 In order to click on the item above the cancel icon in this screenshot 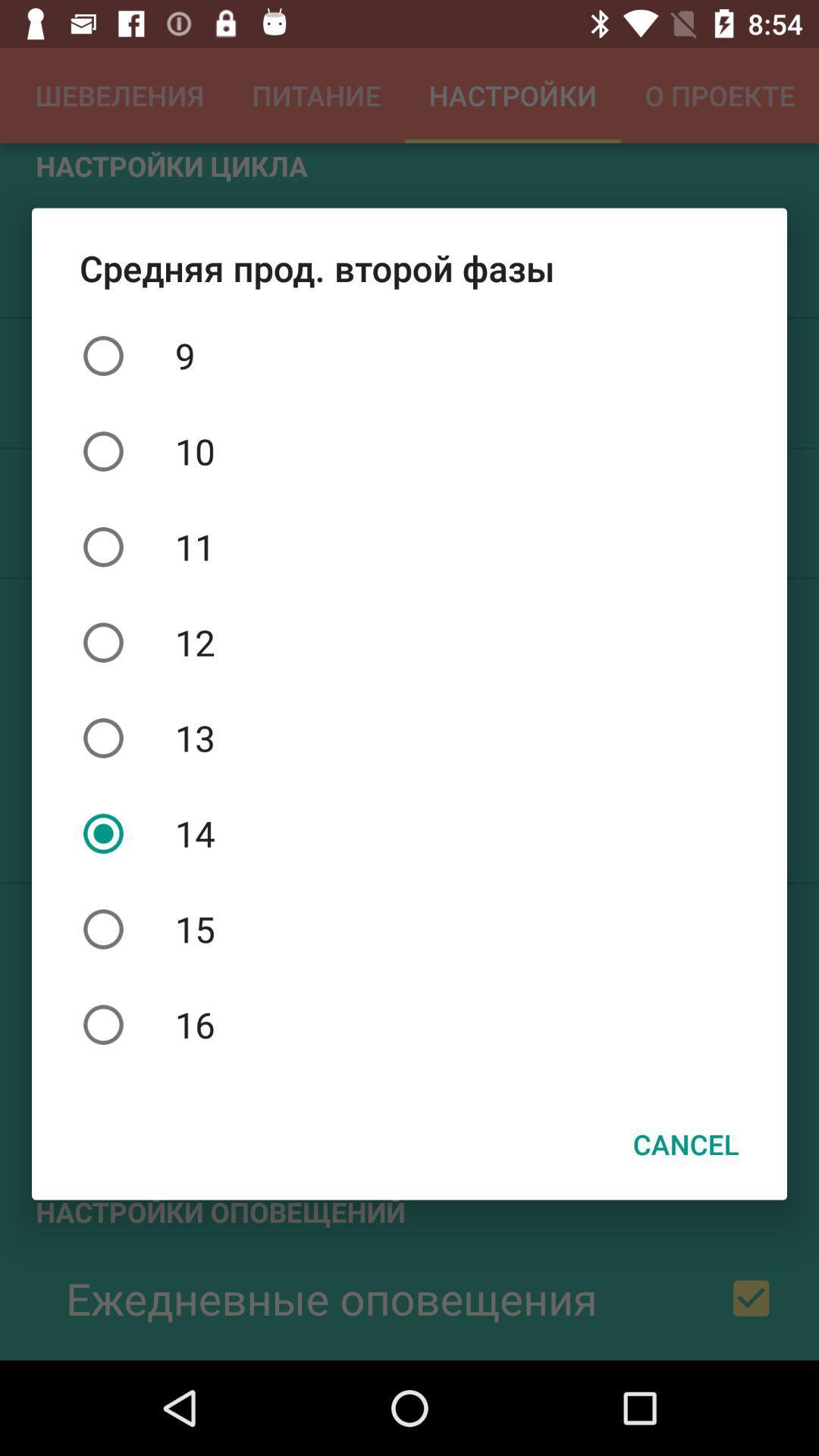, I will do `click(409, 1025)`.